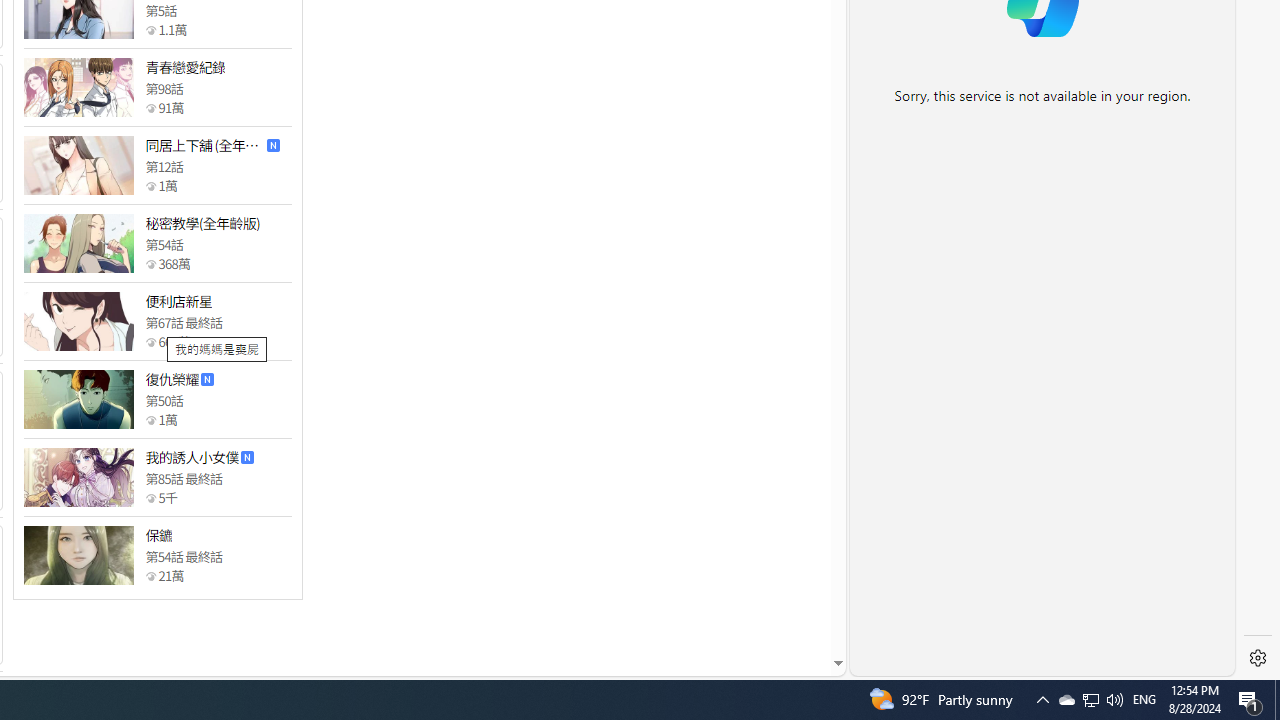 Image resolution: width=1280 pixels, height=720 pixels. Describe the element at coordinates (78, 555) in the screenshot. I see `'Class: thumb_img'` at that location.